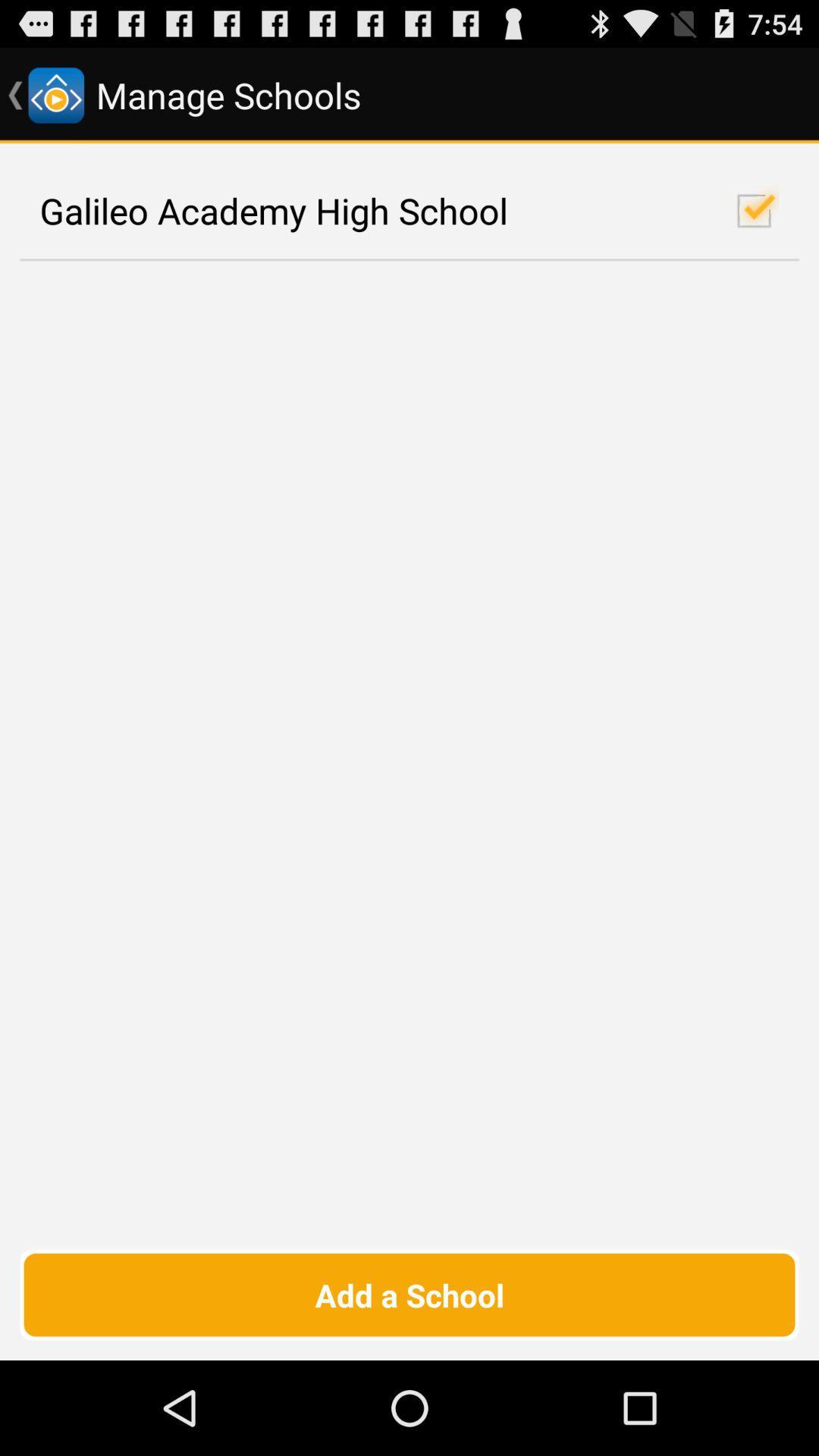 This screenshot has height=1456, width=819. I want to click on add a school, so click(409, 1294).